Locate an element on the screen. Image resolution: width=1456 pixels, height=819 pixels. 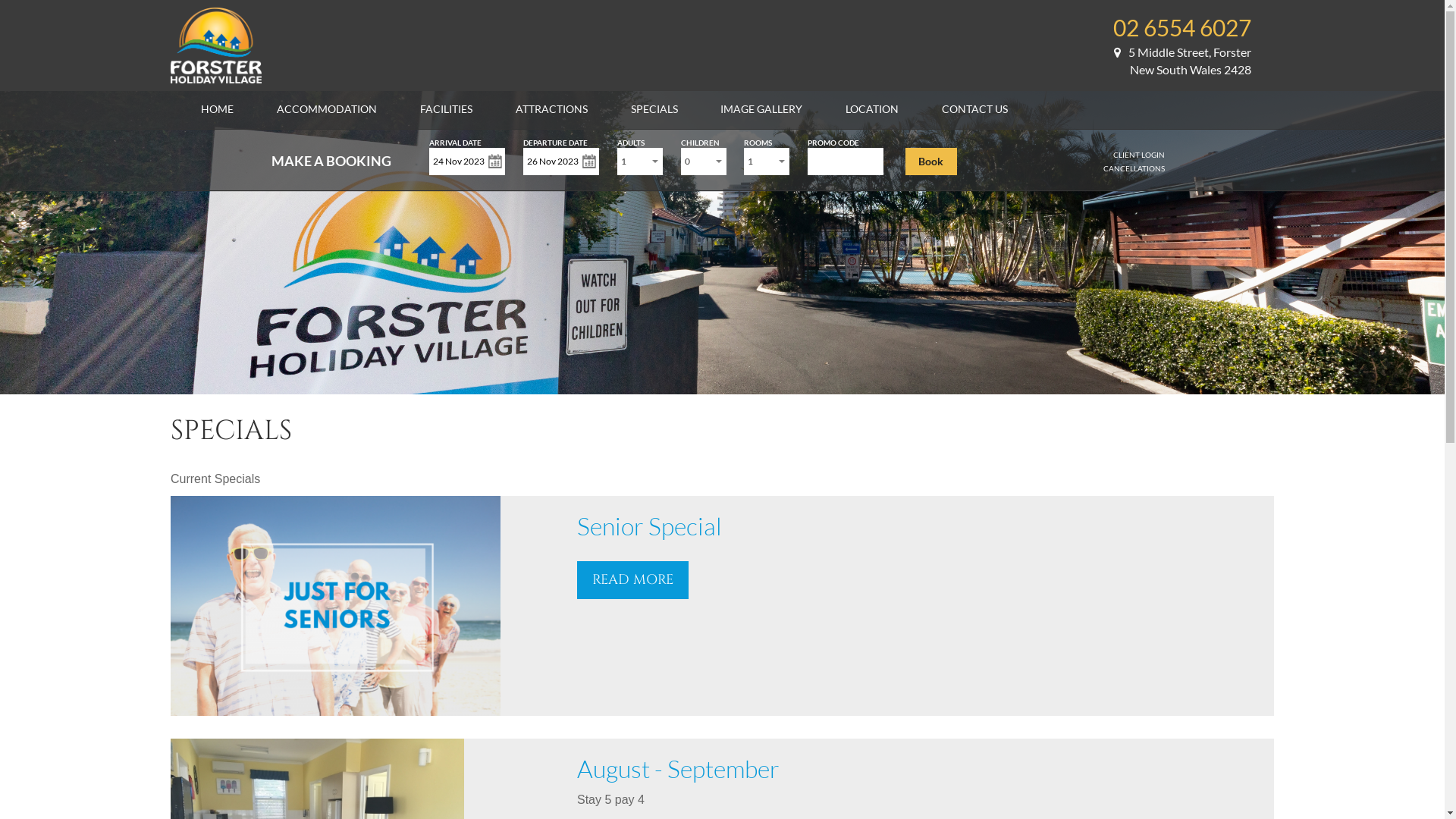
'FACILITIES' is located at coordinates (445, 108).